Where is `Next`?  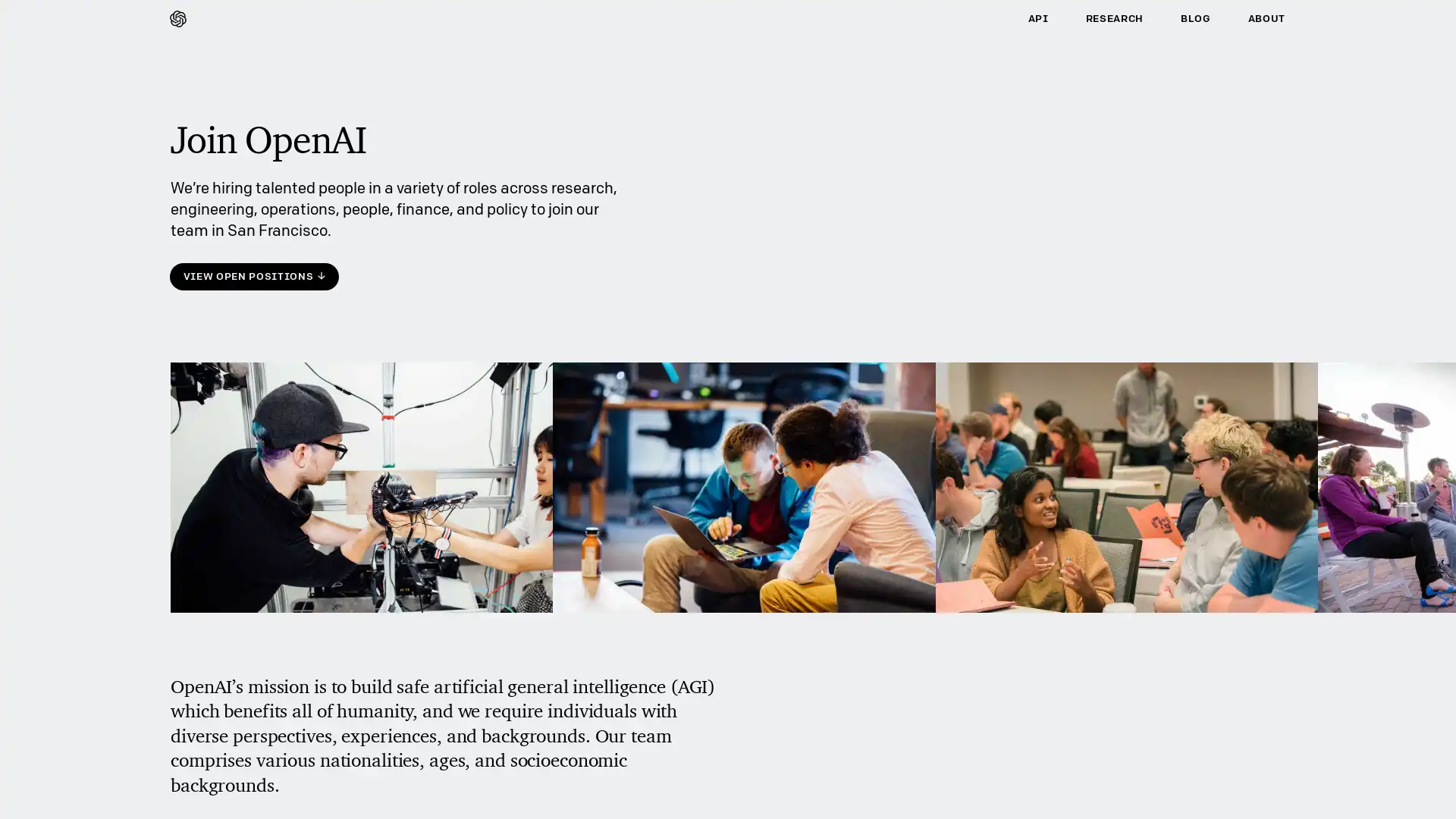
Next is located at coordinates (1266, 514).